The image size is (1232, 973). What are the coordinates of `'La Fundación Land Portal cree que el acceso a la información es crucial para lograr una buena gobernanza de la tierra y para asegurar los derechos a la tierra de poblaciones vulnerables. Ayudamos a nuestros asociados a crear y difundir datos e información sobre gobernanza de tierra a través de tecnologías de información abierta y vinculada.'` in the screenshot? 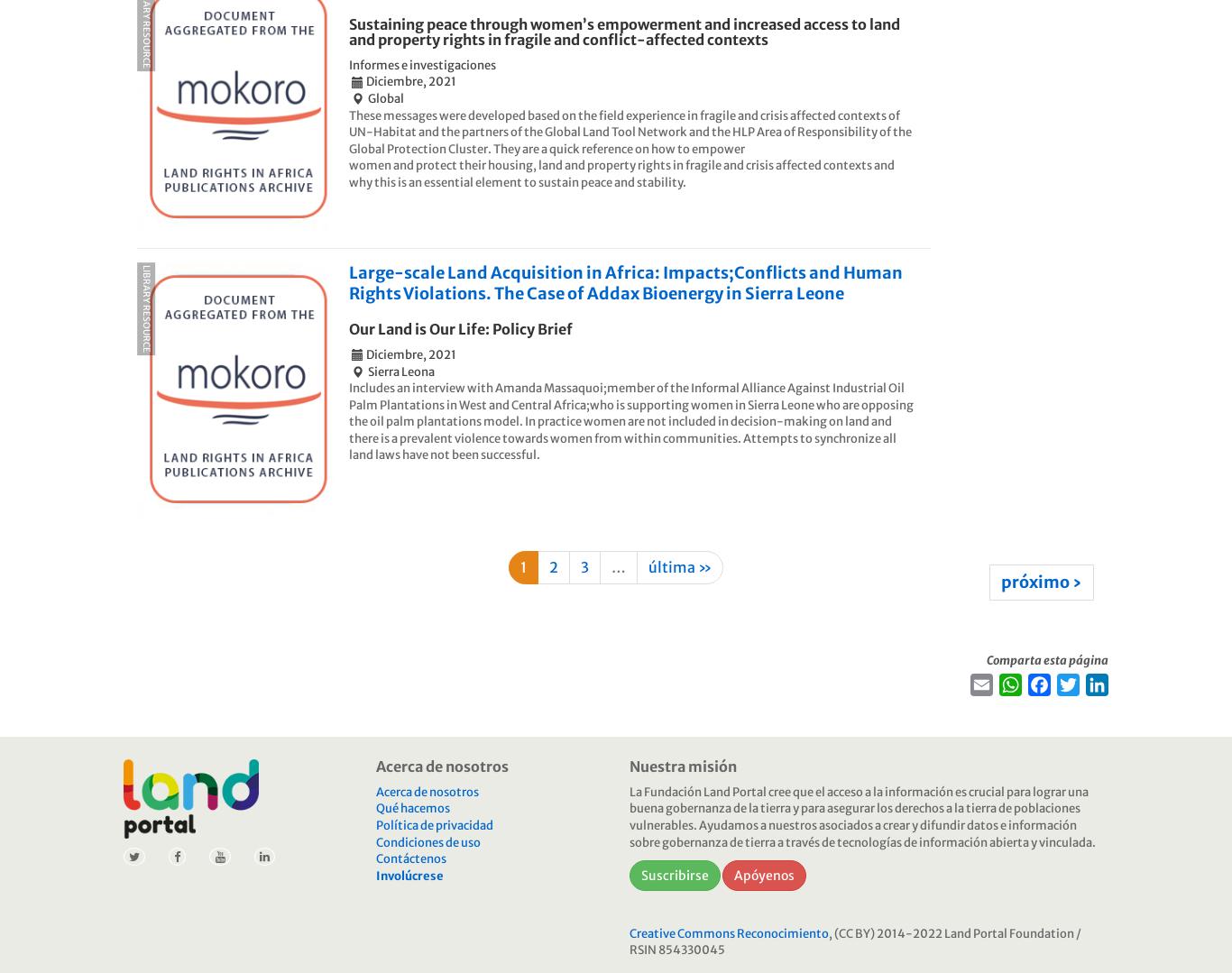 It's located at (861, 815).